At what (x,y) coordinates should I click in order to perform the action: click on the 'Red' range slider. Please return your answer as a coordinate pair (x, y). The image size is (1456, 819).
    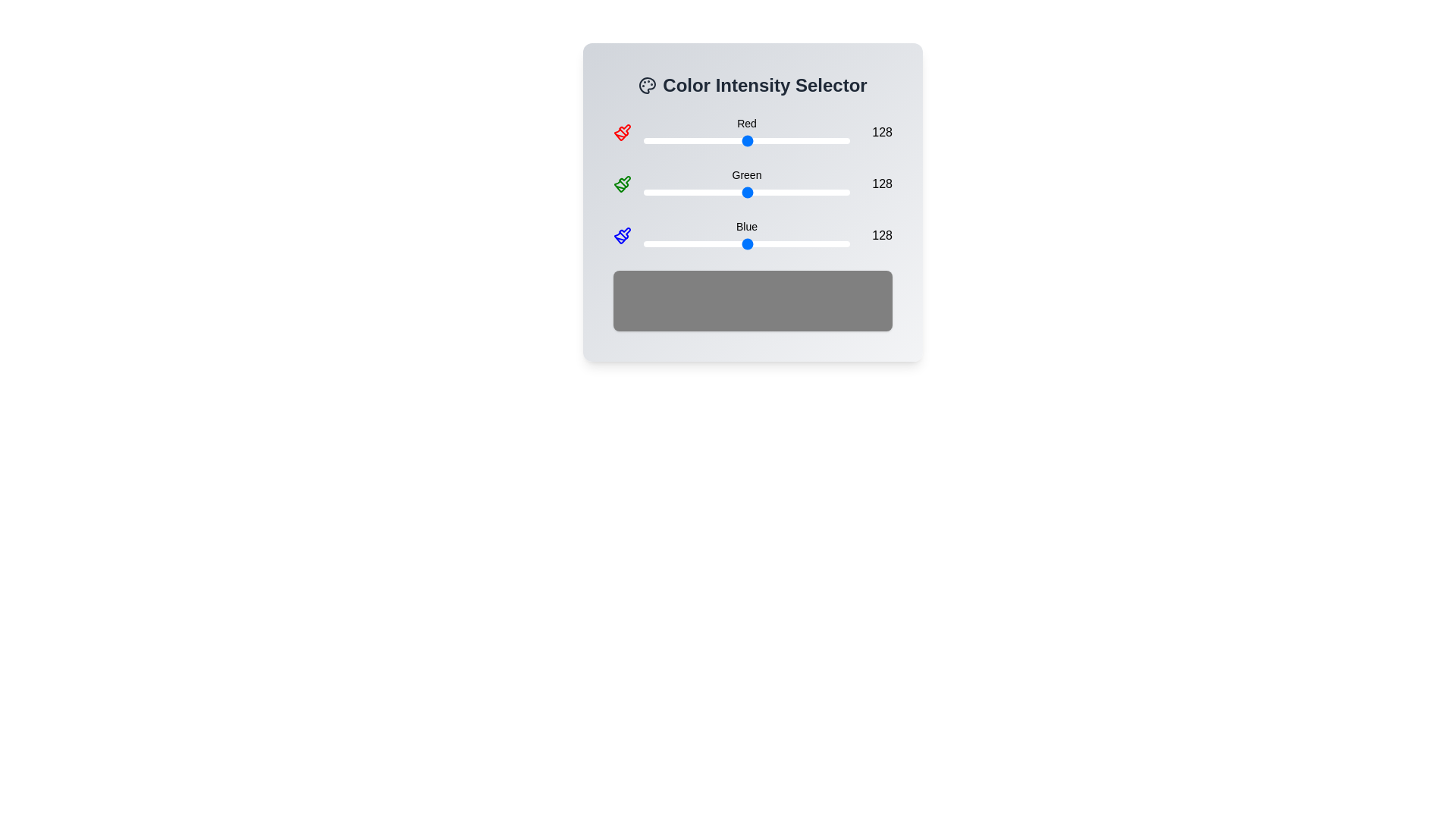
    Looking at the image, I should click on (753, 131).